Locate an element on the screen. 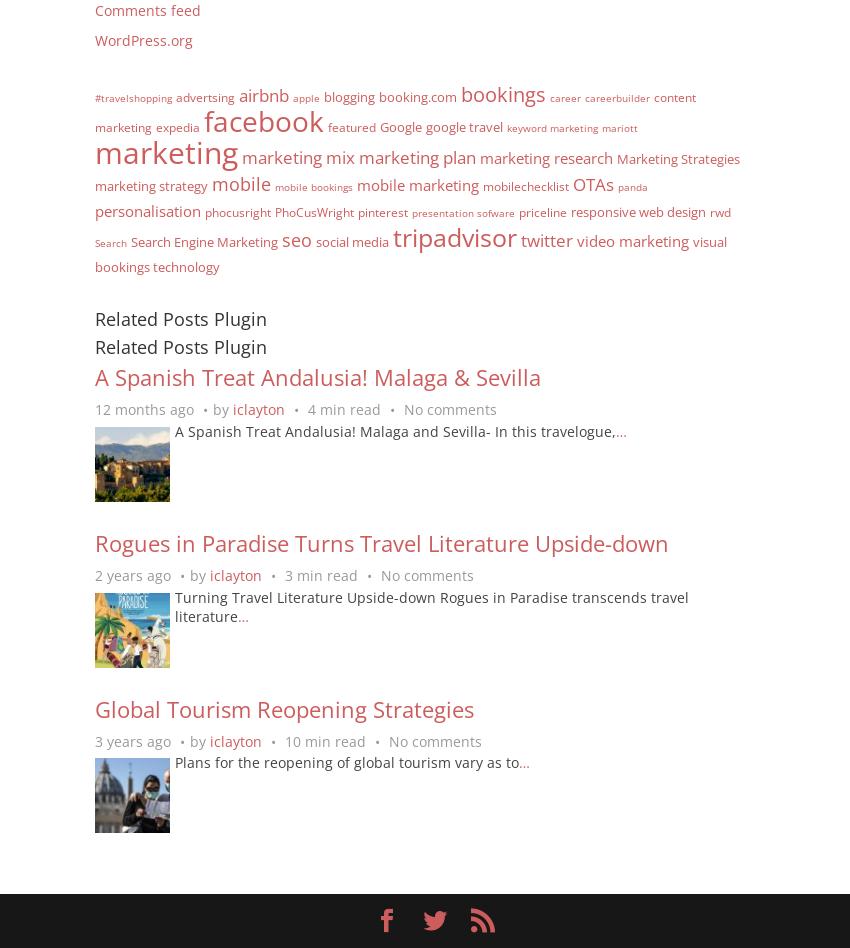 The width and height of the screenshot is (850, 948). 'marketing strategy' is located at coordinates (151, 183).